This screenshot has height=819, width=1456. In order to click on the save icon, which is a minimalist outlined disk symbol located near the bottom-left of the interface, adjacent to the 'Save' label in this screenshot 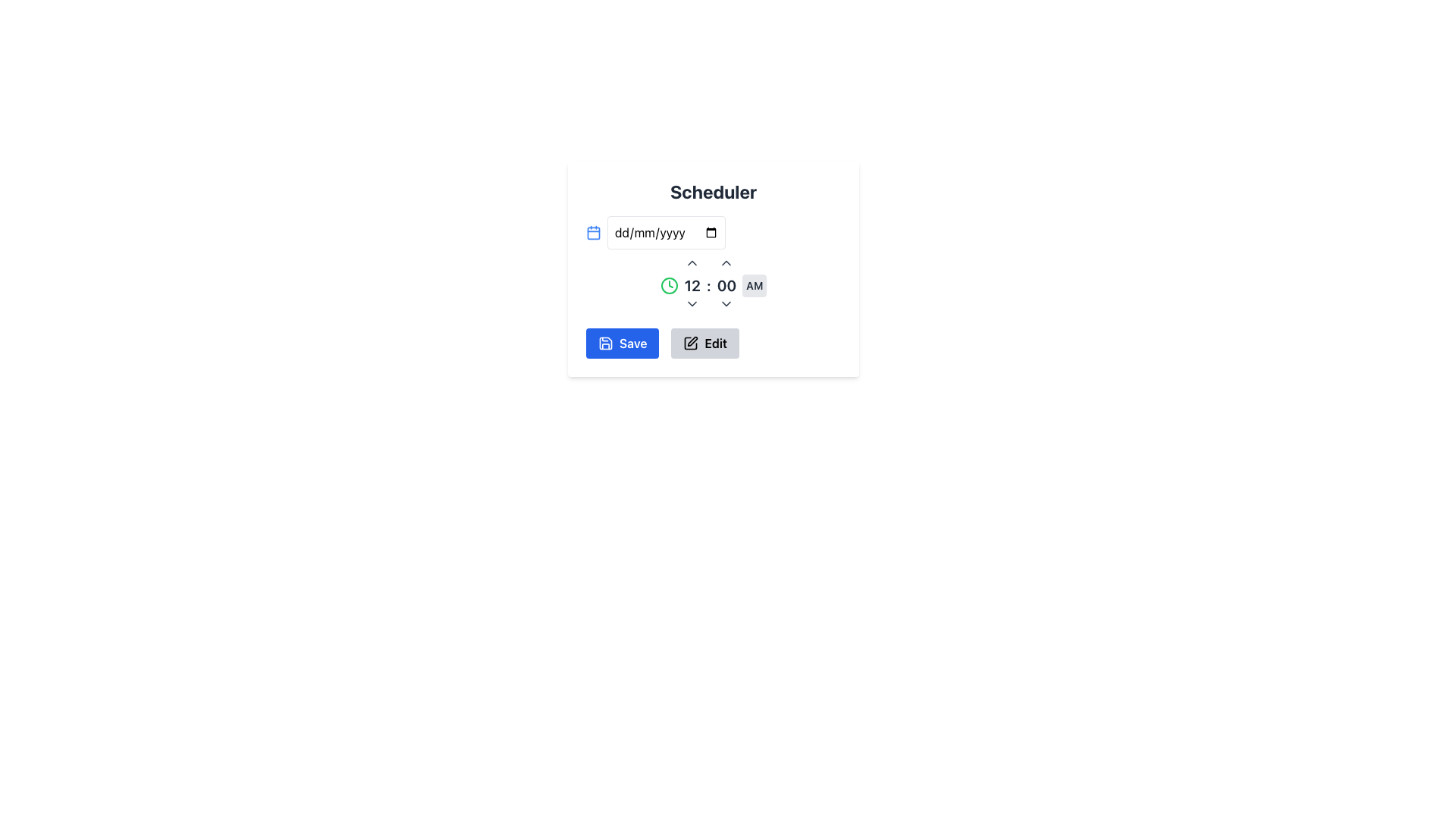, I will do `click(604, 343)`.